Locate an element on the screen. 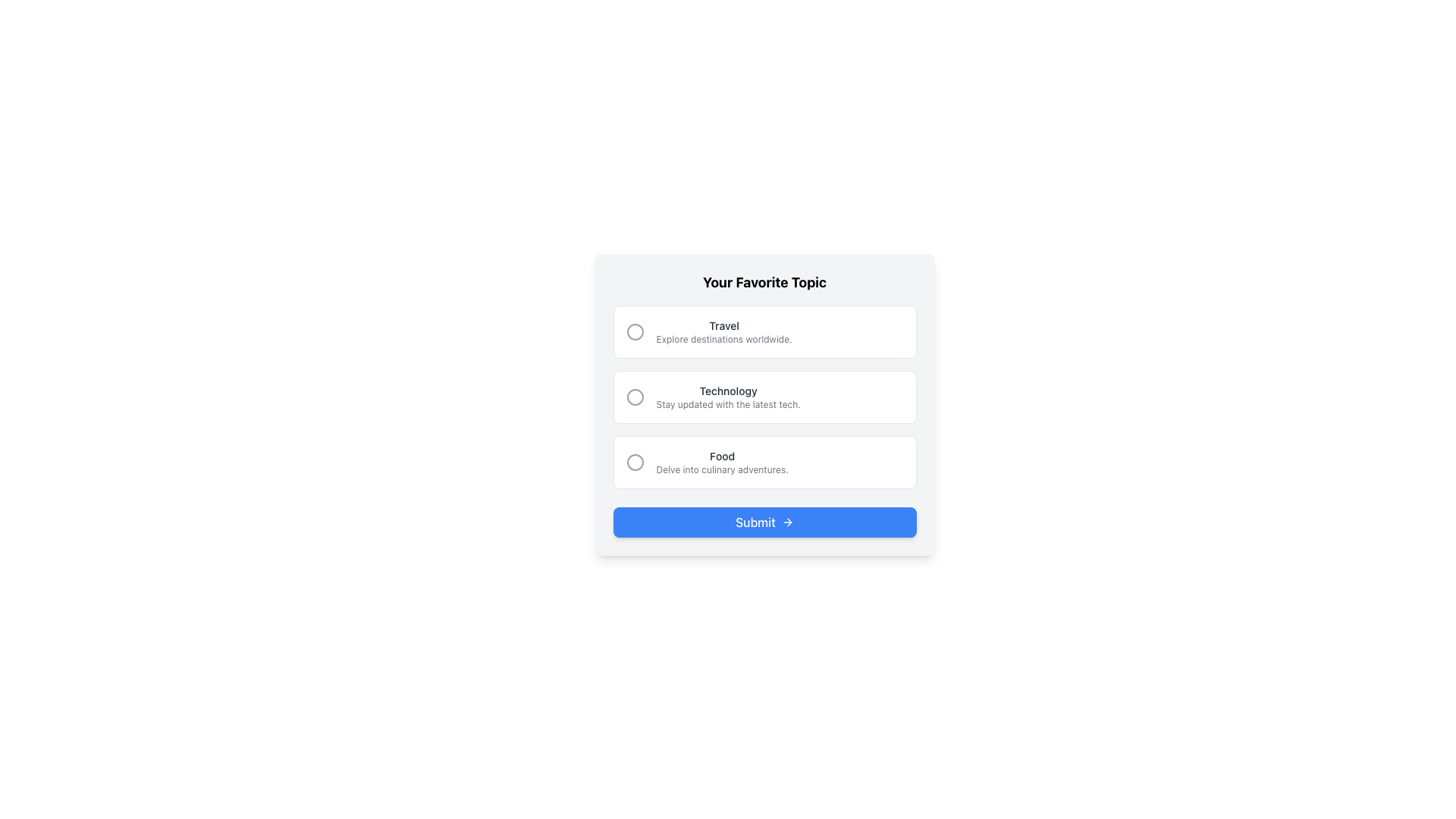  the static text element that reads 'Delve into culinary adventures.', which is styled in light gray and positioned below the 'Food' label is located at coordinates (721, 469).